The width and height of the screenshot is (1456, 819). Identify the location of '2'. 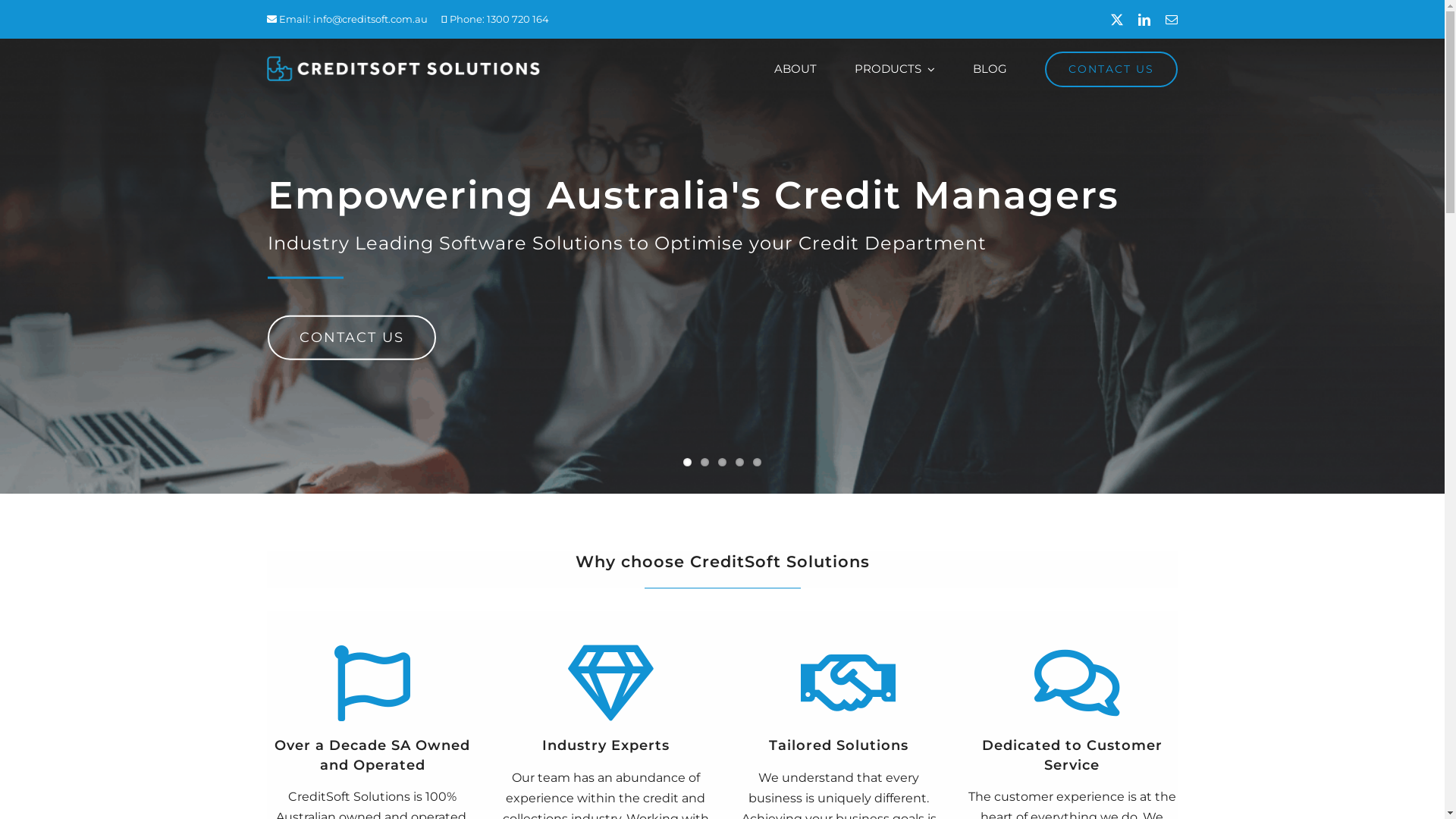
(704, 461).